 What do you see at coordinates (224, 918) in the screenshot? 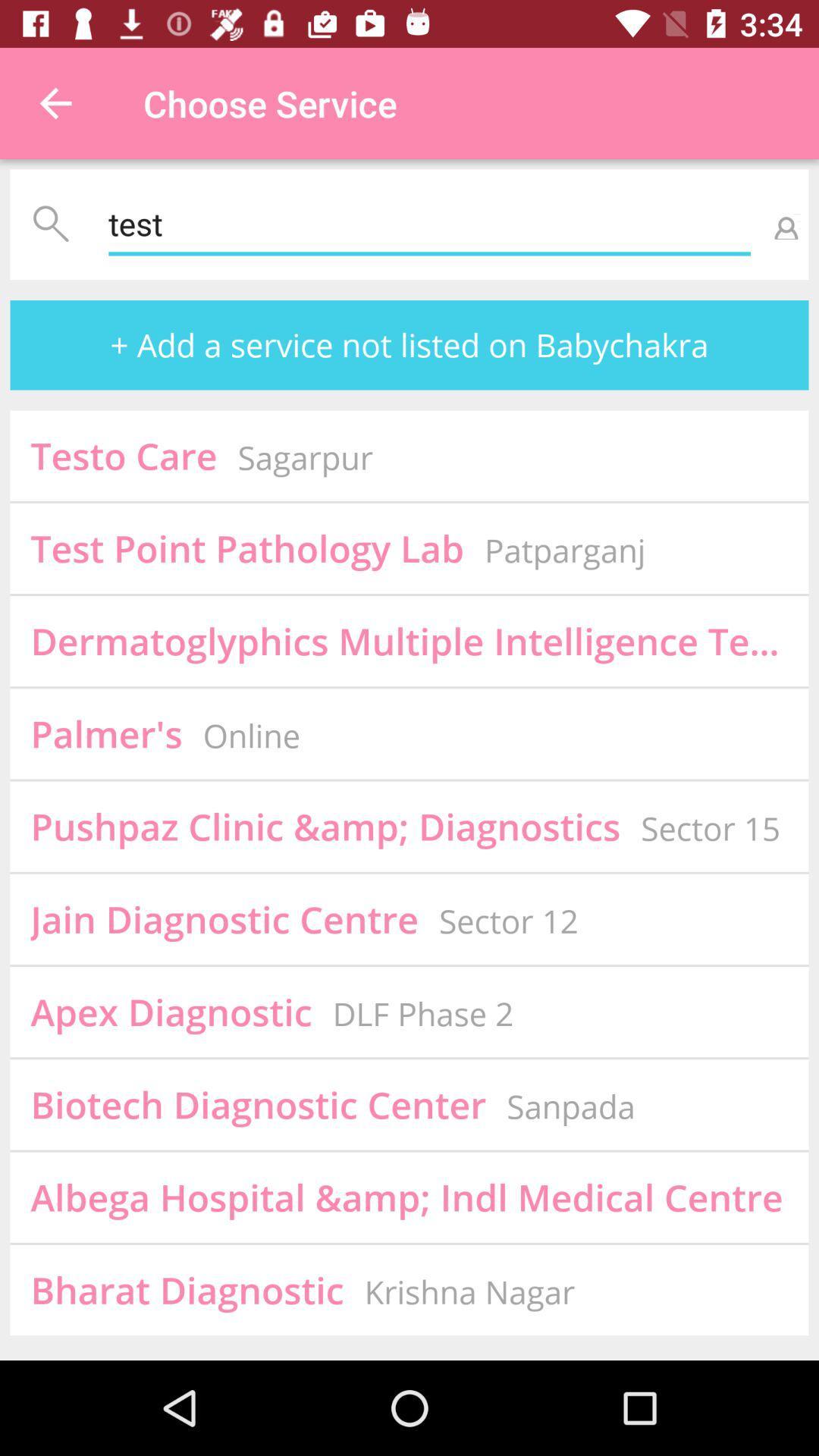
I see `the item below the pushpaz clinic amp icon` at bounding box center [224, 918].